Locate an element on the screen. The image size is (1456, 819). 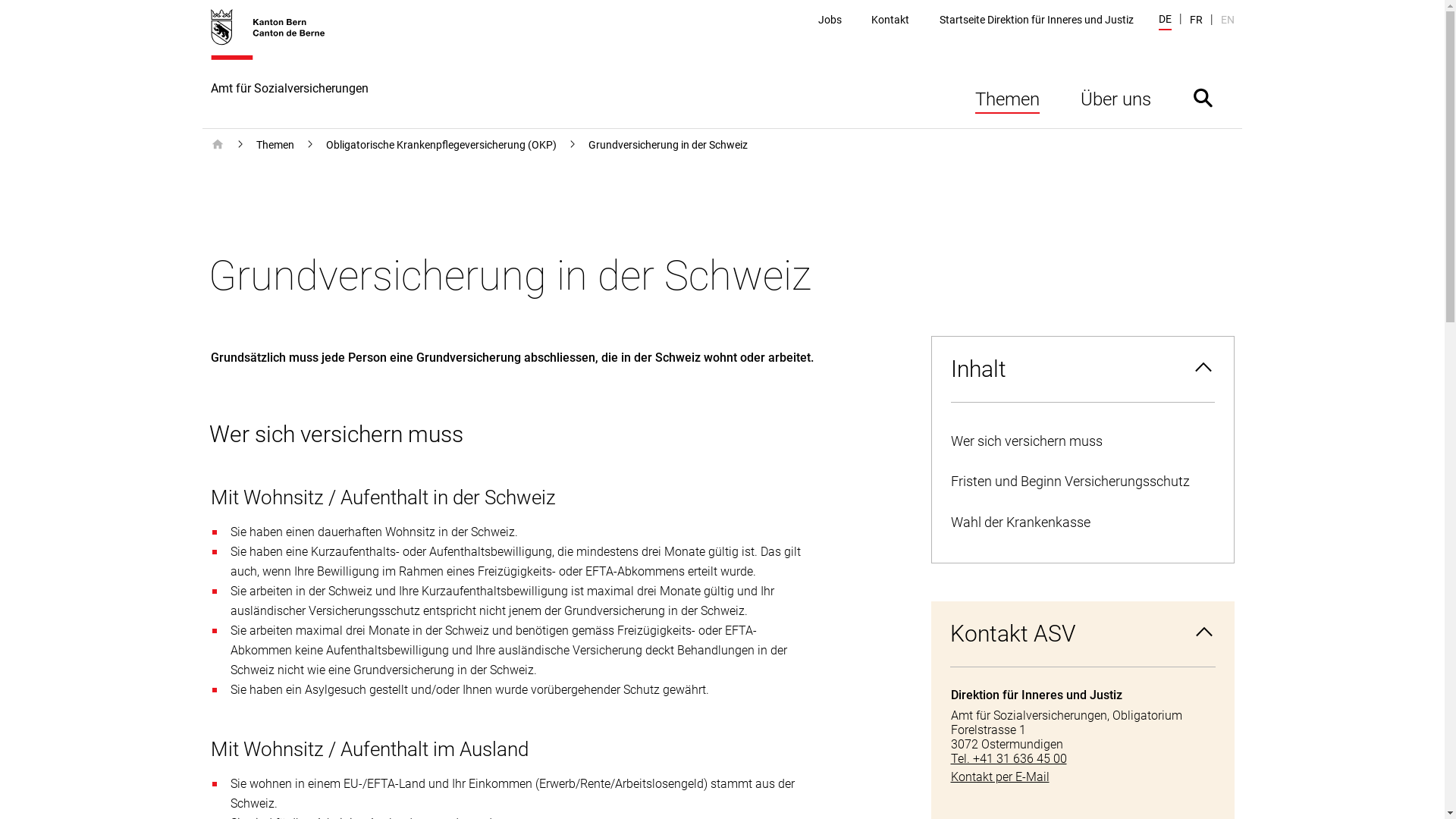
'Wer sich versichern muss' is located at coordinates (1081, 441).